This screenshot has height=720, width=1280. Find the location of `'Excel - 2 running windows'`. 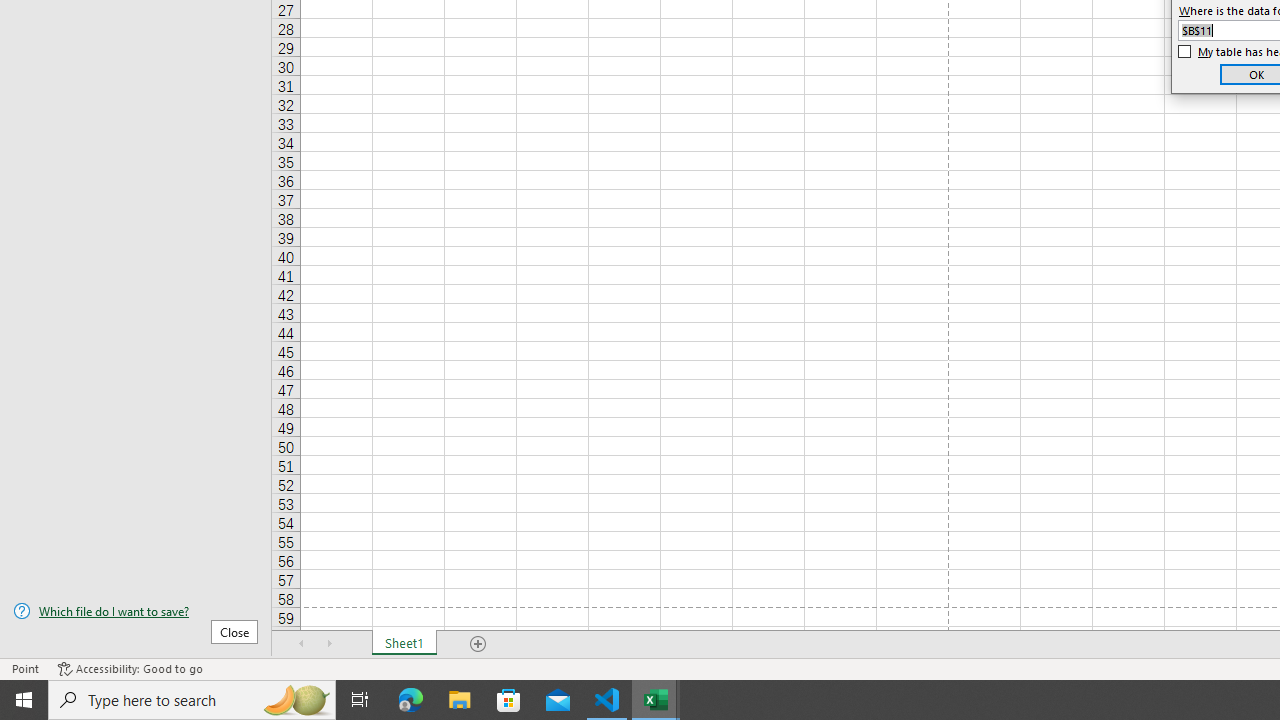

'Excel - 2 running windows' is located at coordinates (656, 698).